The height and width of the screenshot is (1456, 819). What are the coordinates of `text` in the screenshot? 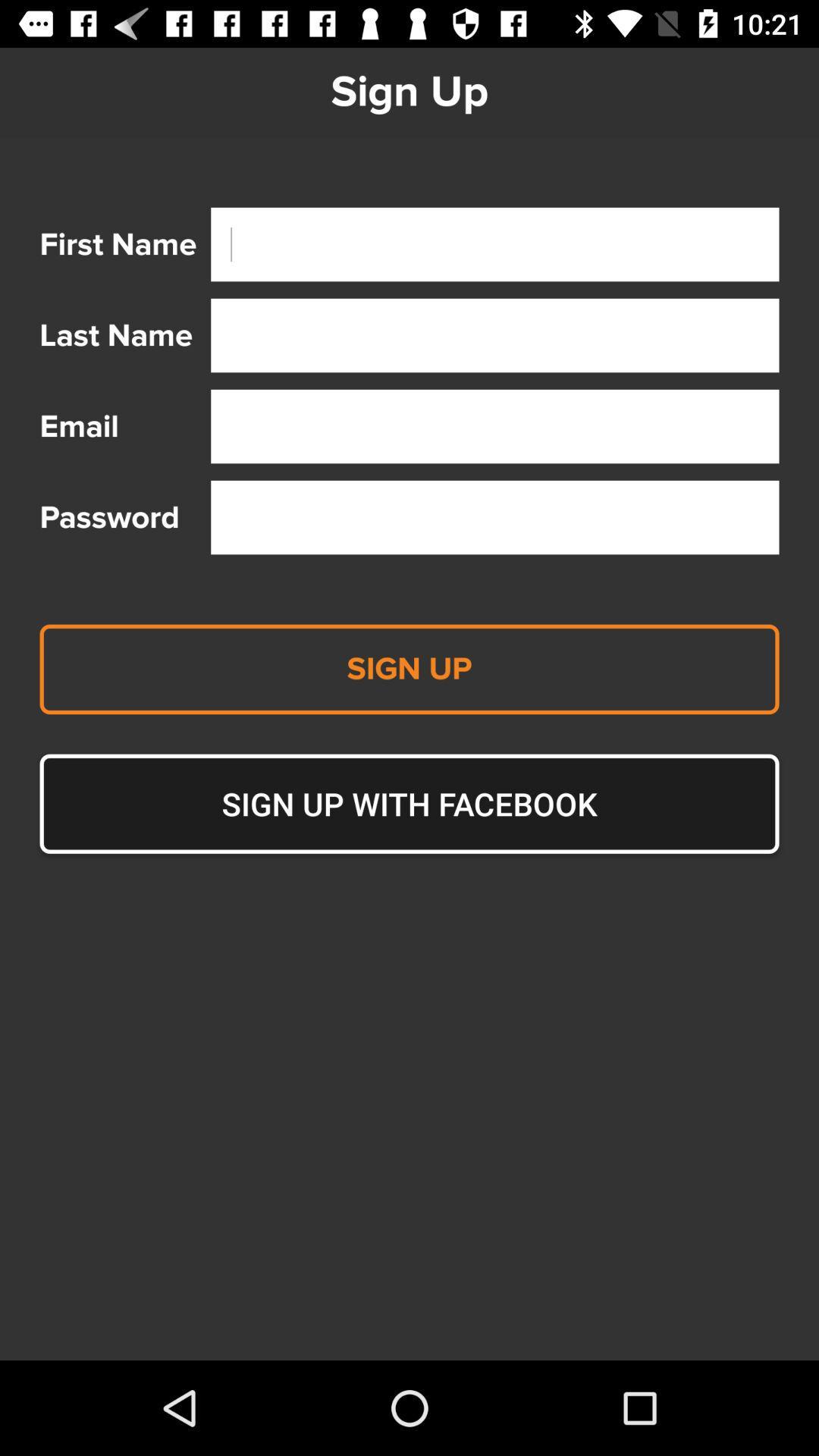 It's located at (494, 334).